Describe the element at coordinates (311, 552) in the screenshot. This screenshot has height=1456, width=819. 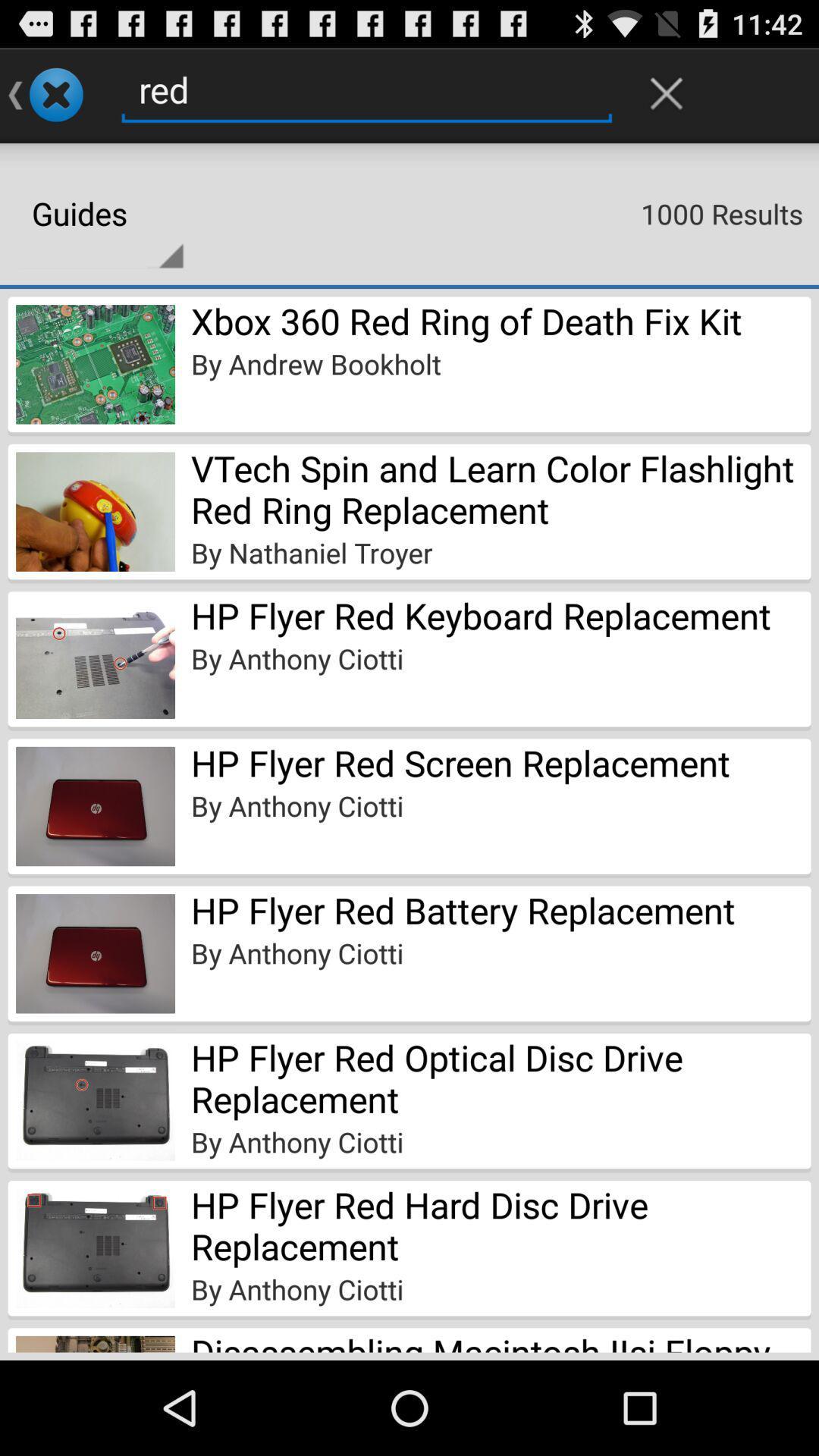
I see `the app above hp flyer red` at that location.